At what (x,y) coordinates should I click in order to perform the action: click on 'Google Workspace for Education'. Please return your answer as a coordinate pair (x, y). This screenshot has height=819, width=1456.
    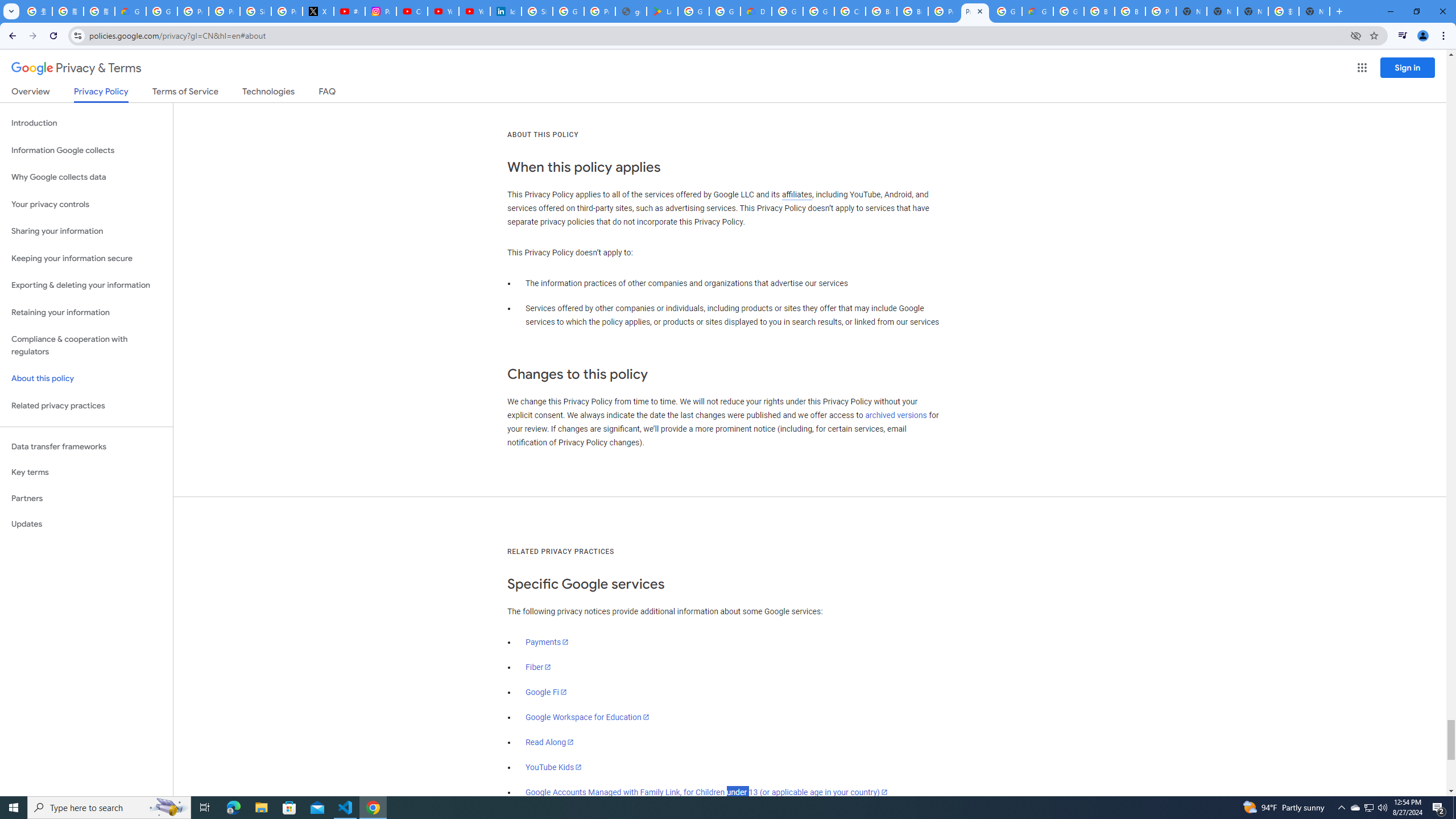
    Looking at the image, I should click on (586, 717).